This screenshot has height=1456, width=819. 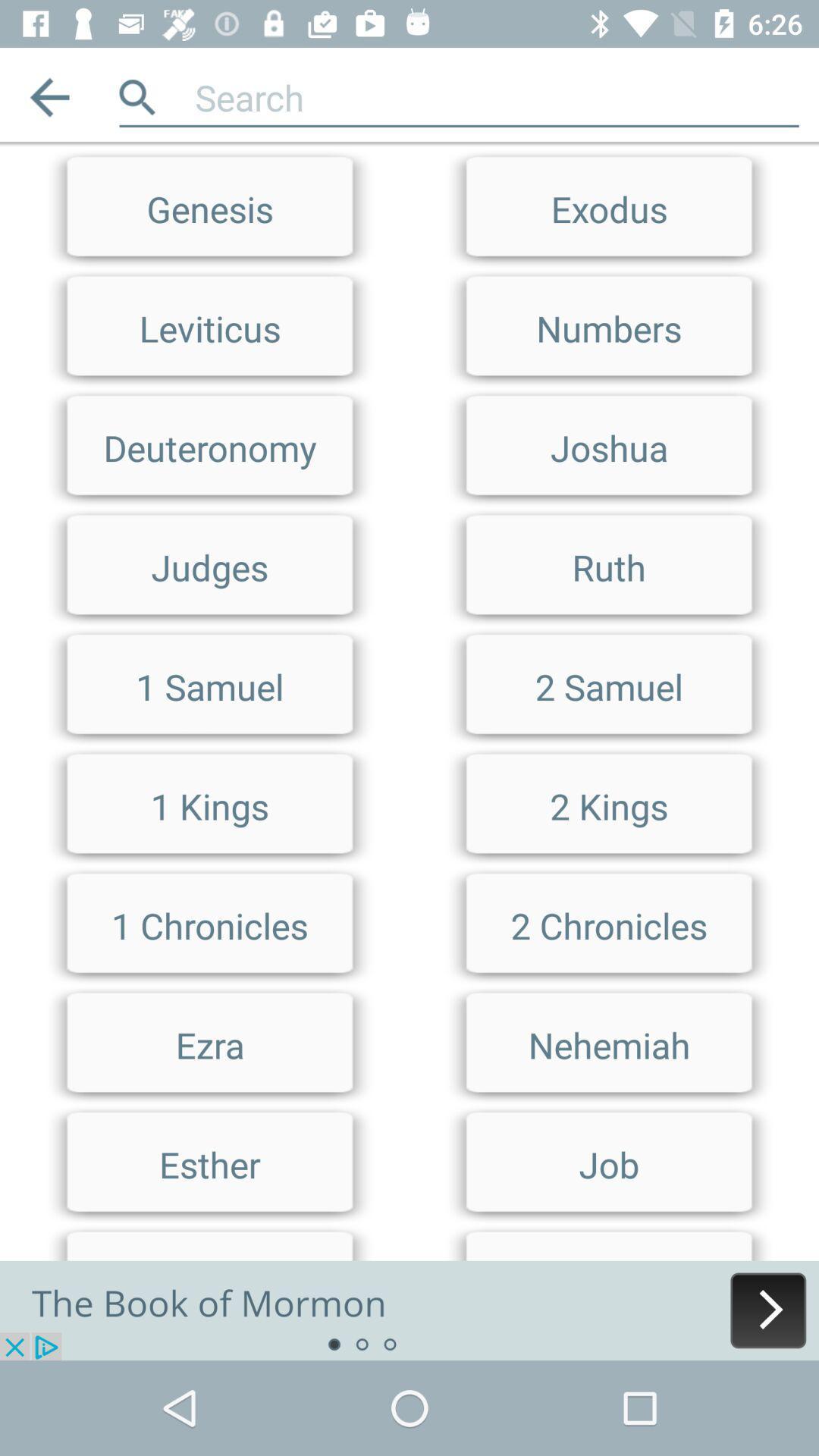 I want to click on the book of mormon, so click(x=409, y=1310).